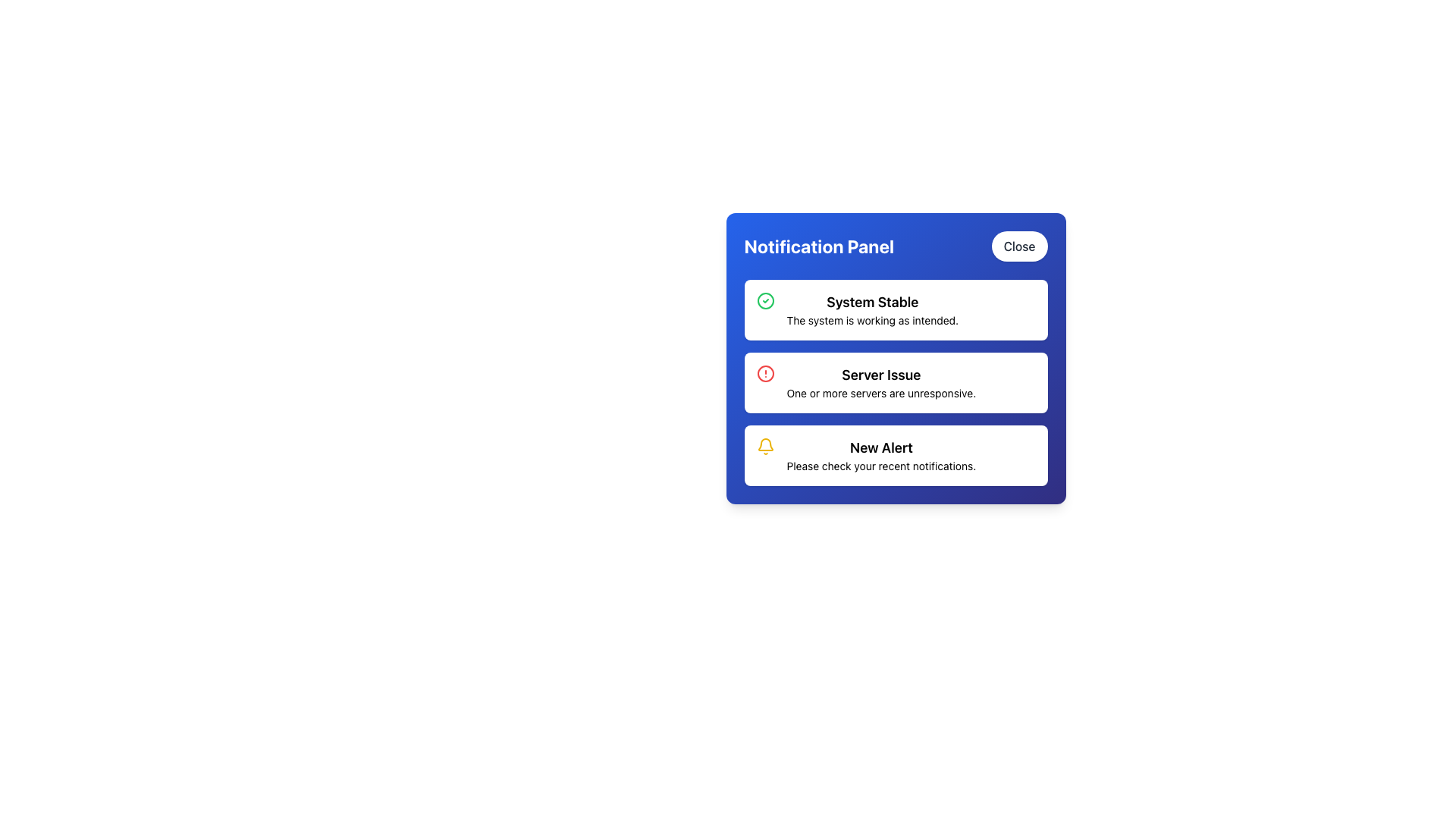 The width and height of the screenshot is (1456, 819). I want to click on the 'New Alert' text label displayed in bold at the bottom of the Notification Panel, which is located above a smaller descriptive text and to the right of a yellow bell icon, so click(881, 447).